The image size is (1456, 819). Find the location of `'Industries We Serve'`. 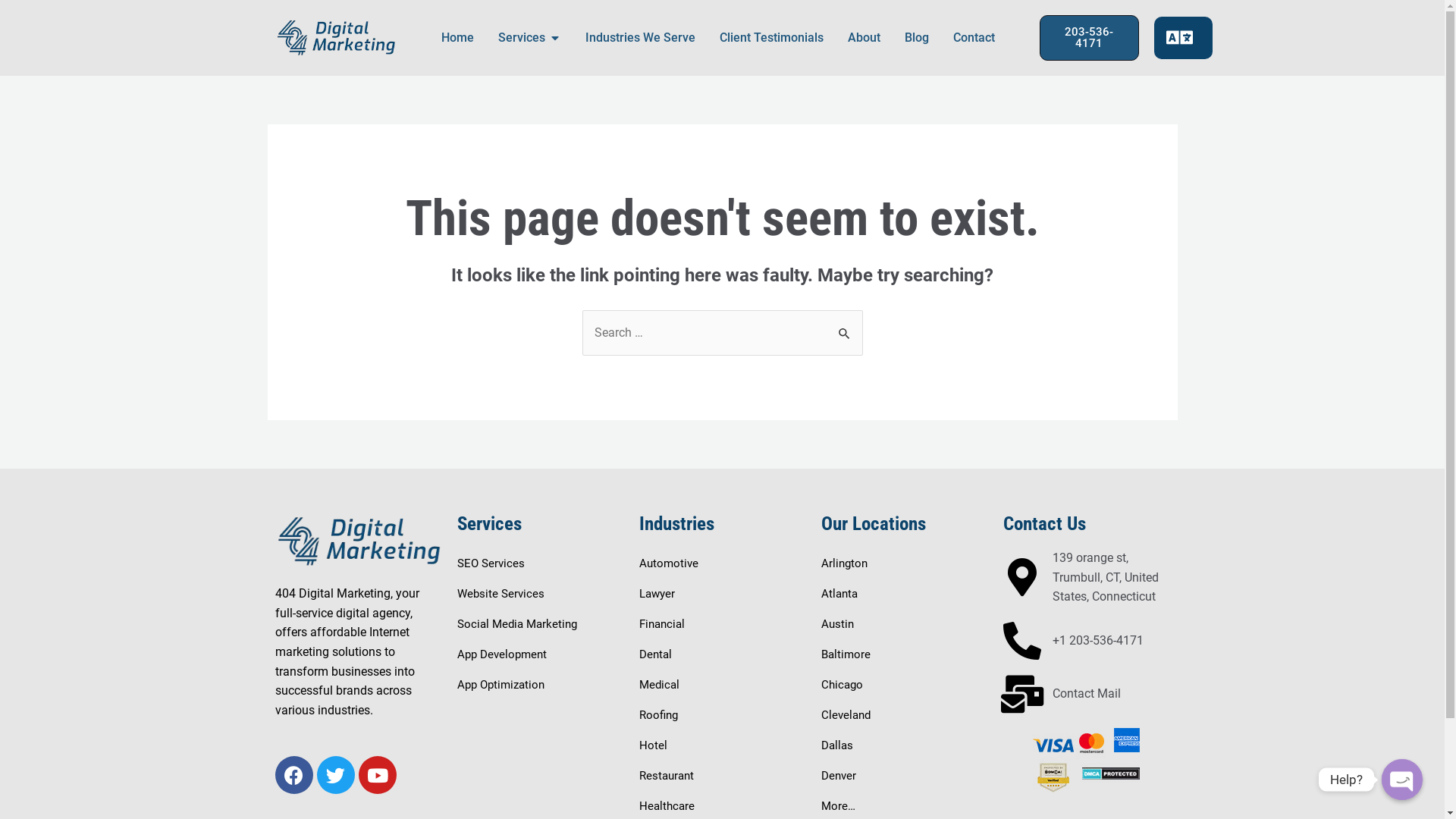

'Industries We Serve' is located at coordinates (585, 37).